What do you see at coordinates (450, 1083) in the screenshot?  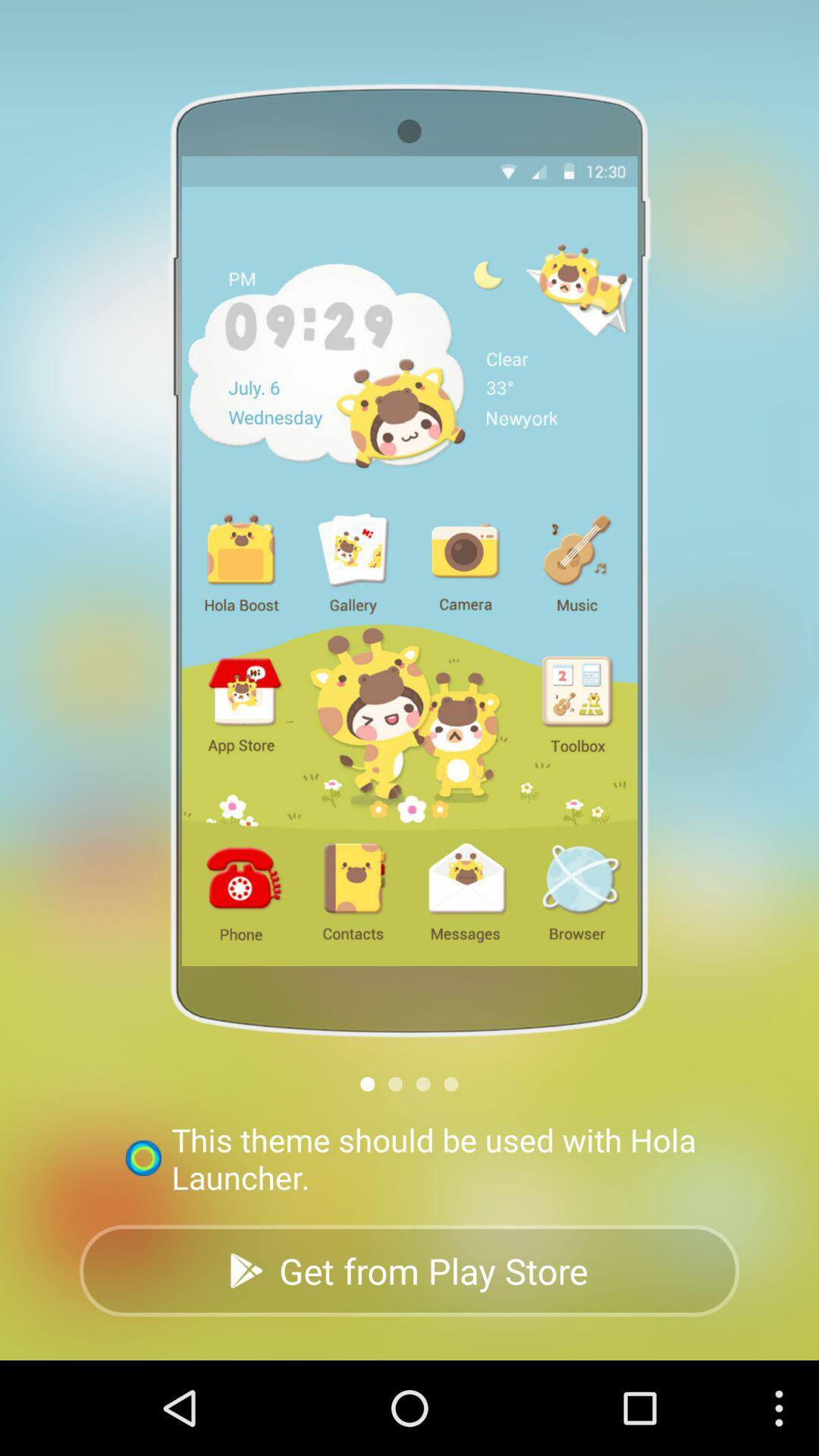 I see `fourth option` at bounding box center [450, 1083].